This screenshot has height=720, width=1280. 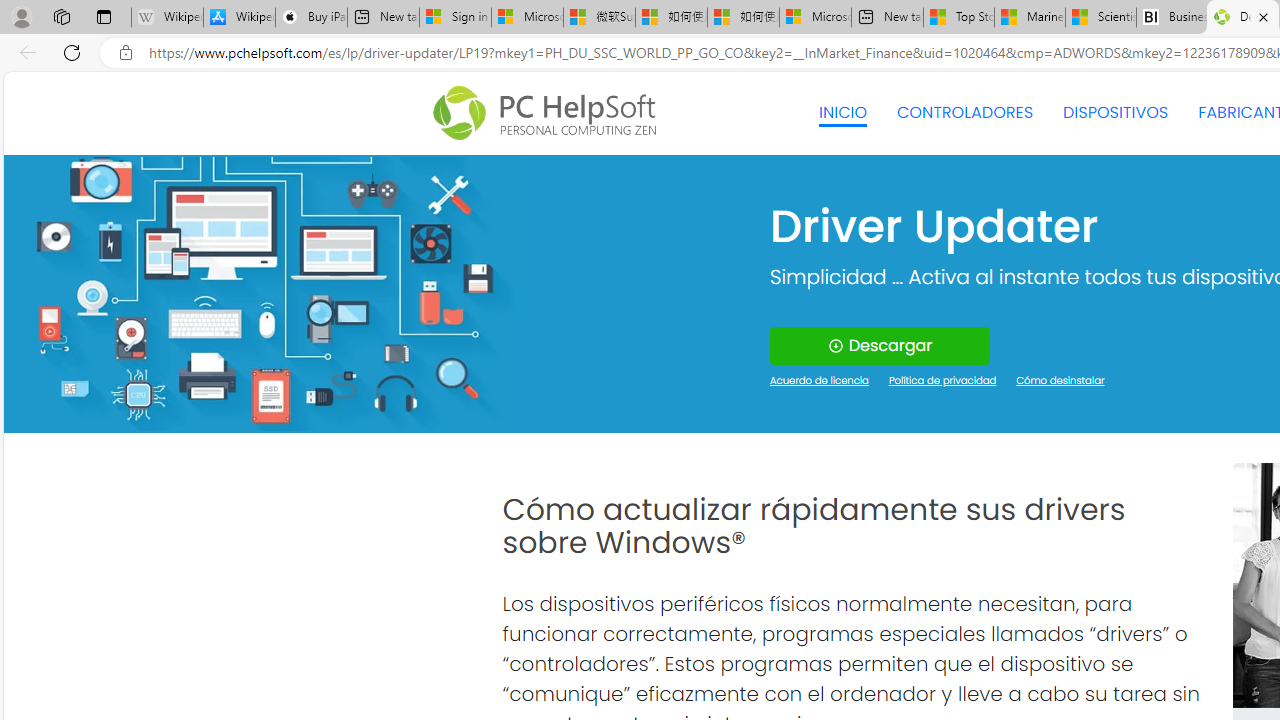 I want to click on 'Buy iPad - Apple', so click(x=310, y=17).